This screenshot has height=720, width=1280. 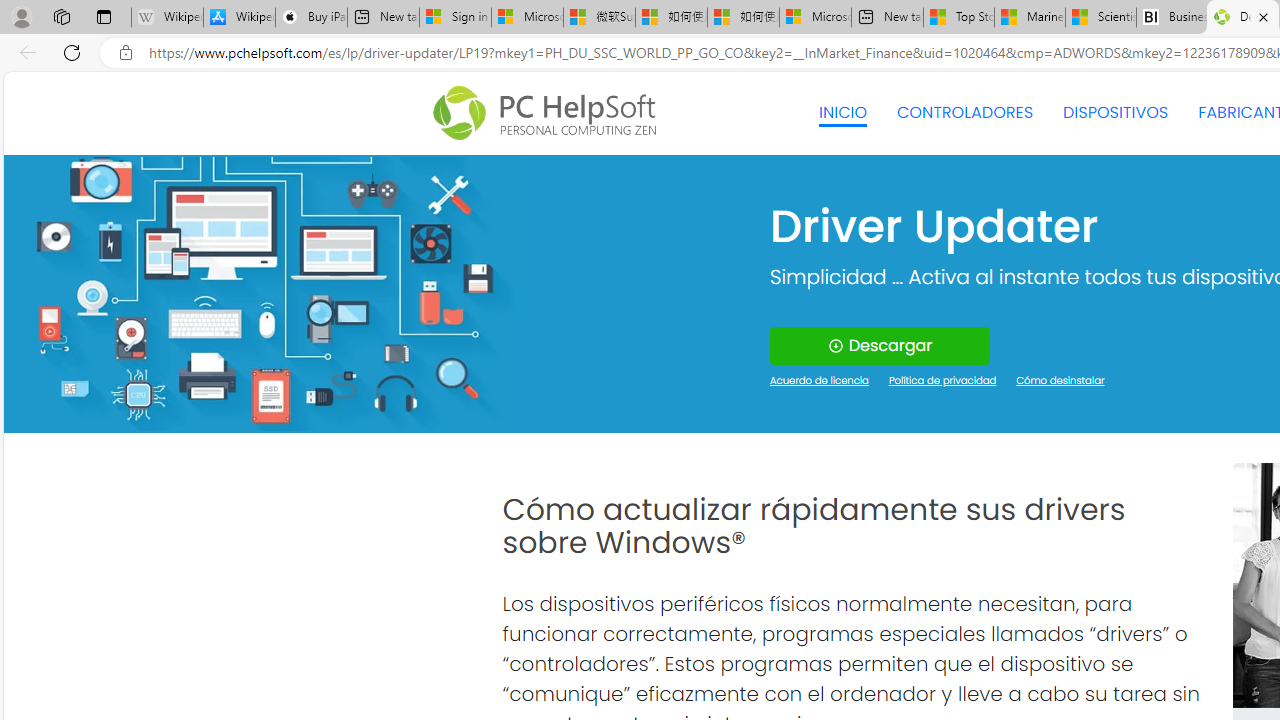 I want to click on 'Buy iPad - Apple', so click(x=310, y=17).